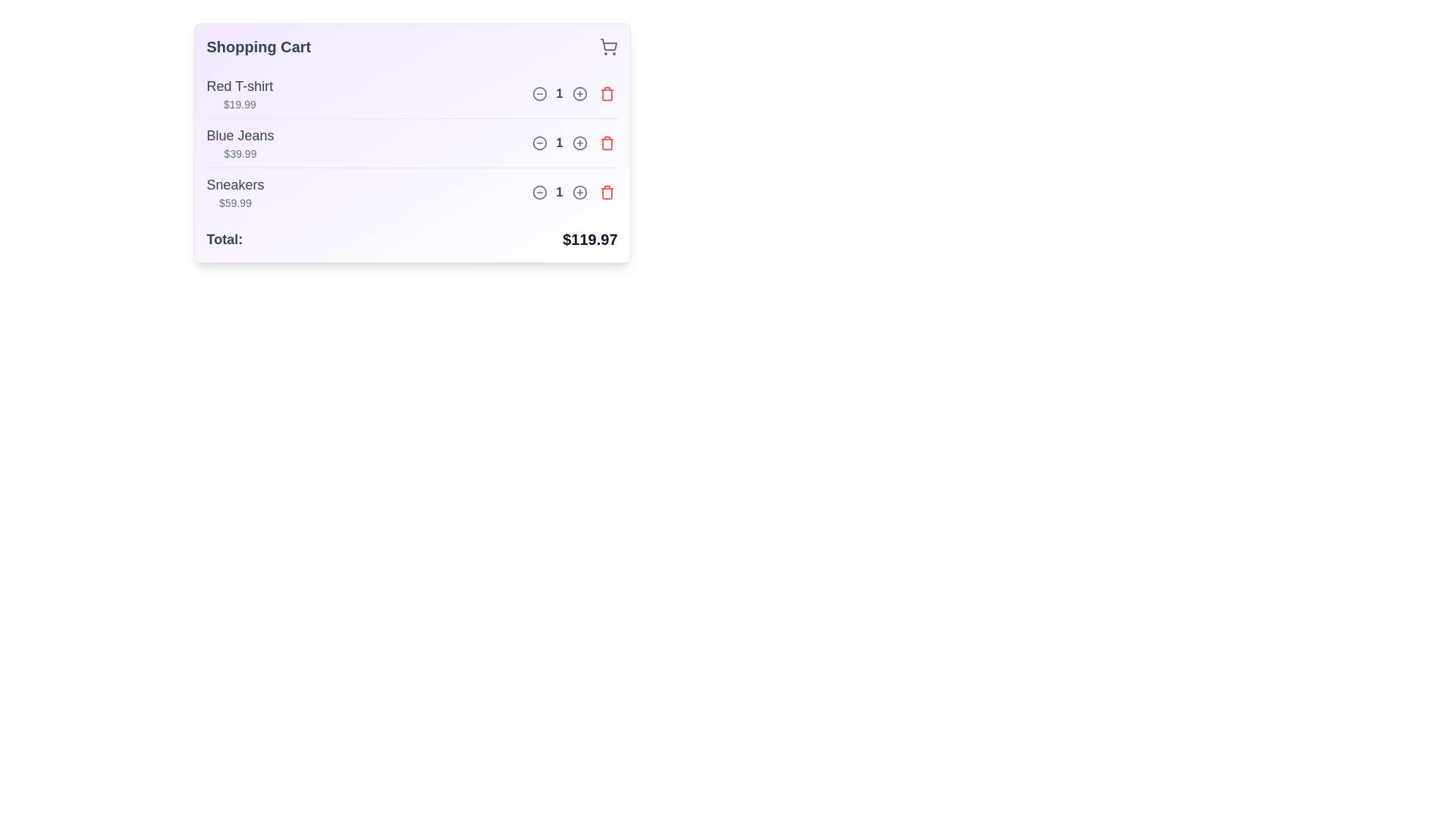  Describe the element at coordinates (579, 143) in the screenshot. I see `the button located in the second row of the shopping cart interface, next to the text '1' and before the red trash bin icon, to increase the item quantity` at that location.